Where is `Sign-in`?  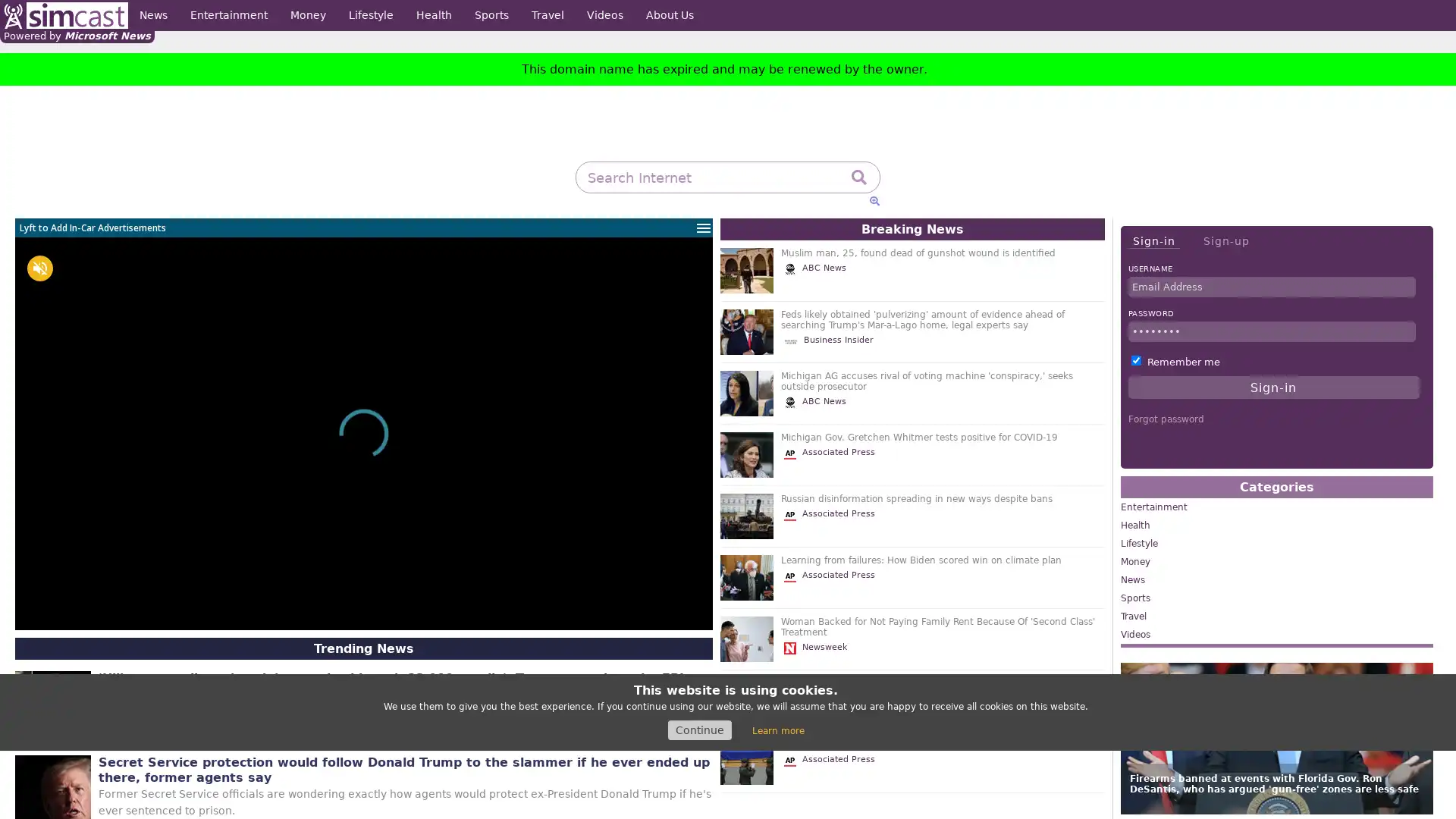 Sign-in is located at coordinates (1273, 386).